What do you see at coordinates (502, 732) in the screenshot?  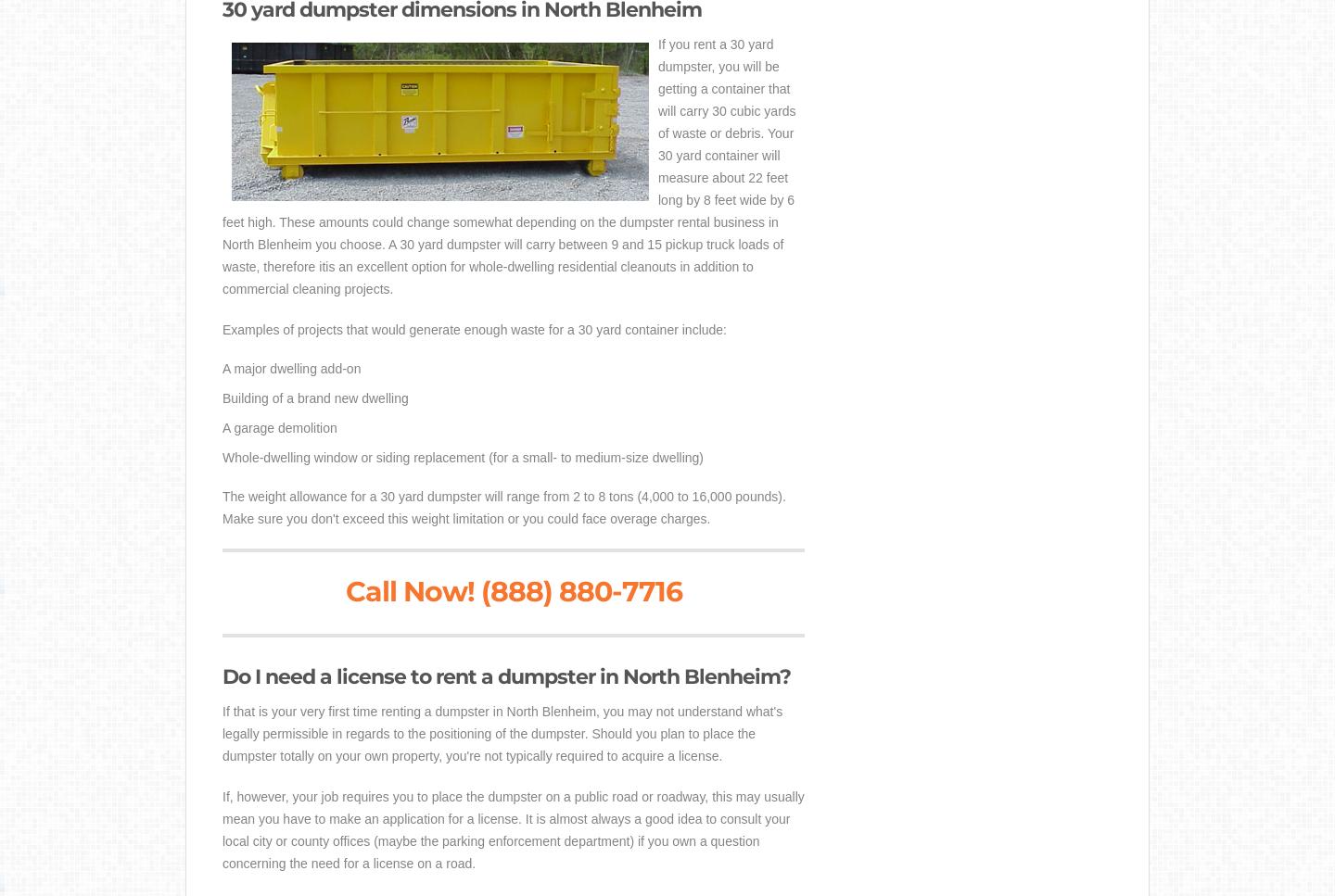 I see `'If that is your very first time renting a dumpster in North Blenheim, you may not understand what's legally permissible in regards to the positioning of the dumpster. Should you plan to place the dumpster totally on your own property, you're not typically required to acquire a license.'` at bounding box center [502, 732].